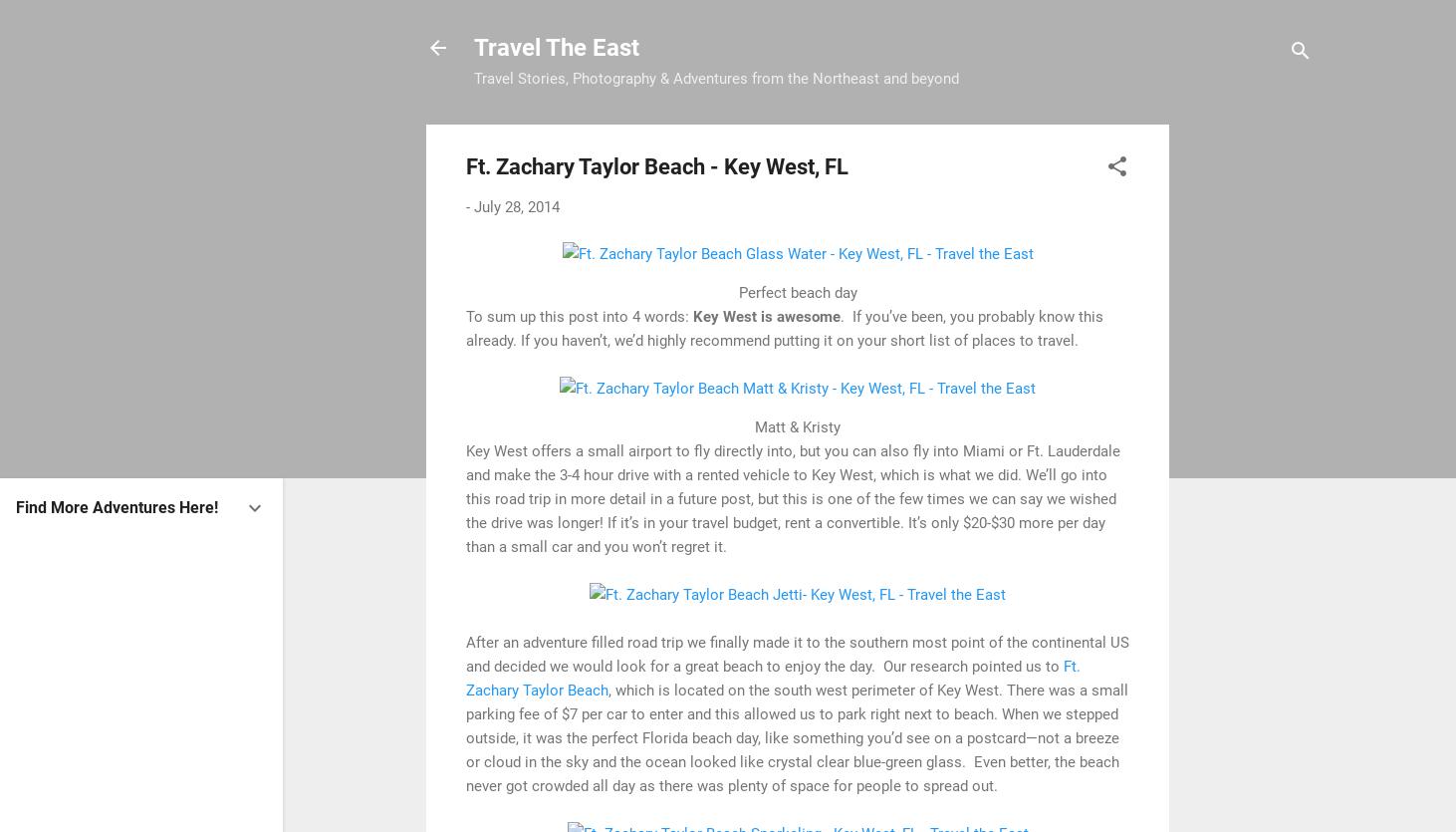  What do you see at coordinates (736, 291) in the screenshot?
I see `'Perfect beach day'` at bounding box center [736, 291].